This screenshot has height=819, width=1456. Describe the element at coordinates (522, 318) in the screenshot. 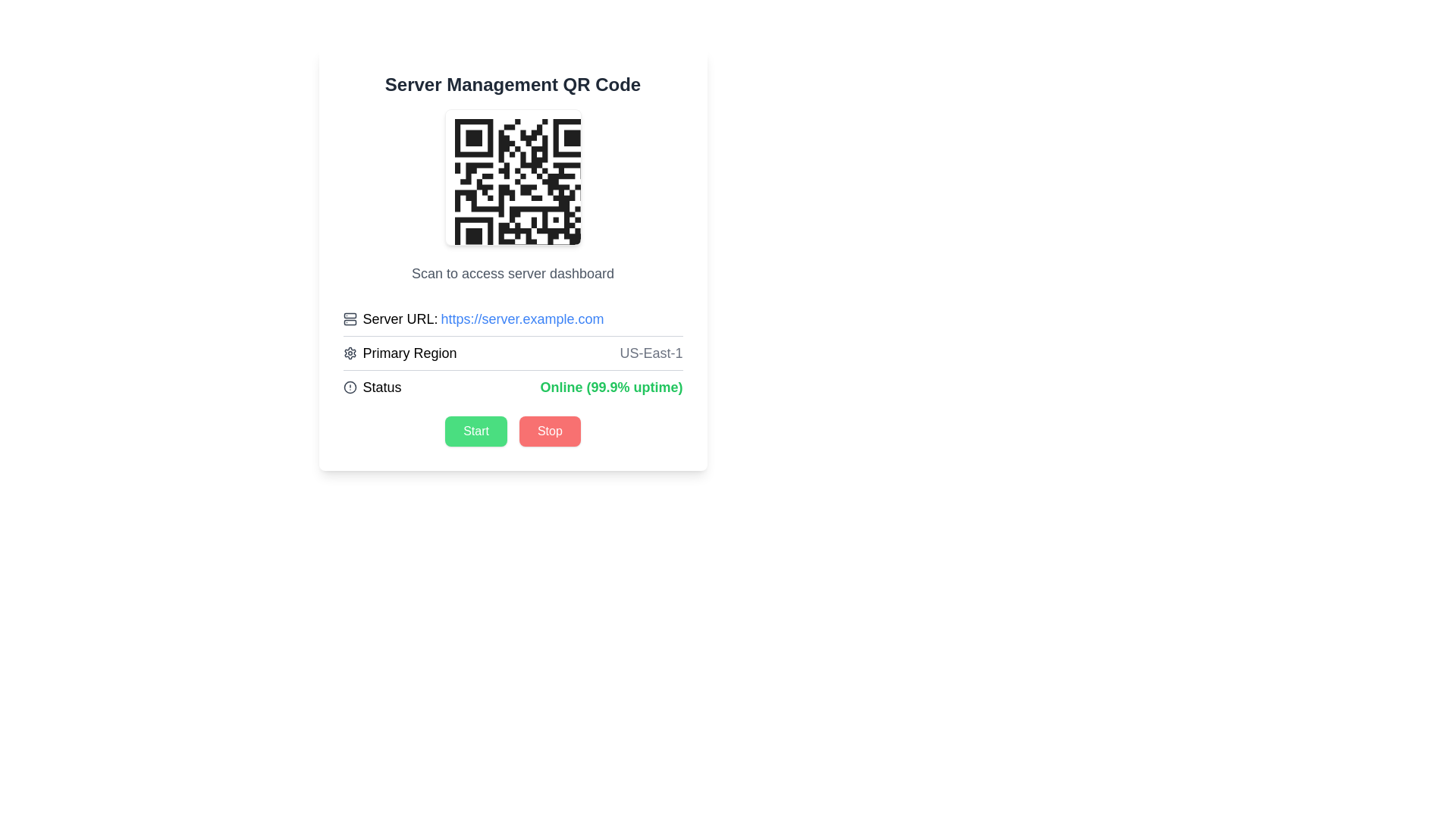

I see `the hyperlink displaying 'https://server.example.com'` at that location.